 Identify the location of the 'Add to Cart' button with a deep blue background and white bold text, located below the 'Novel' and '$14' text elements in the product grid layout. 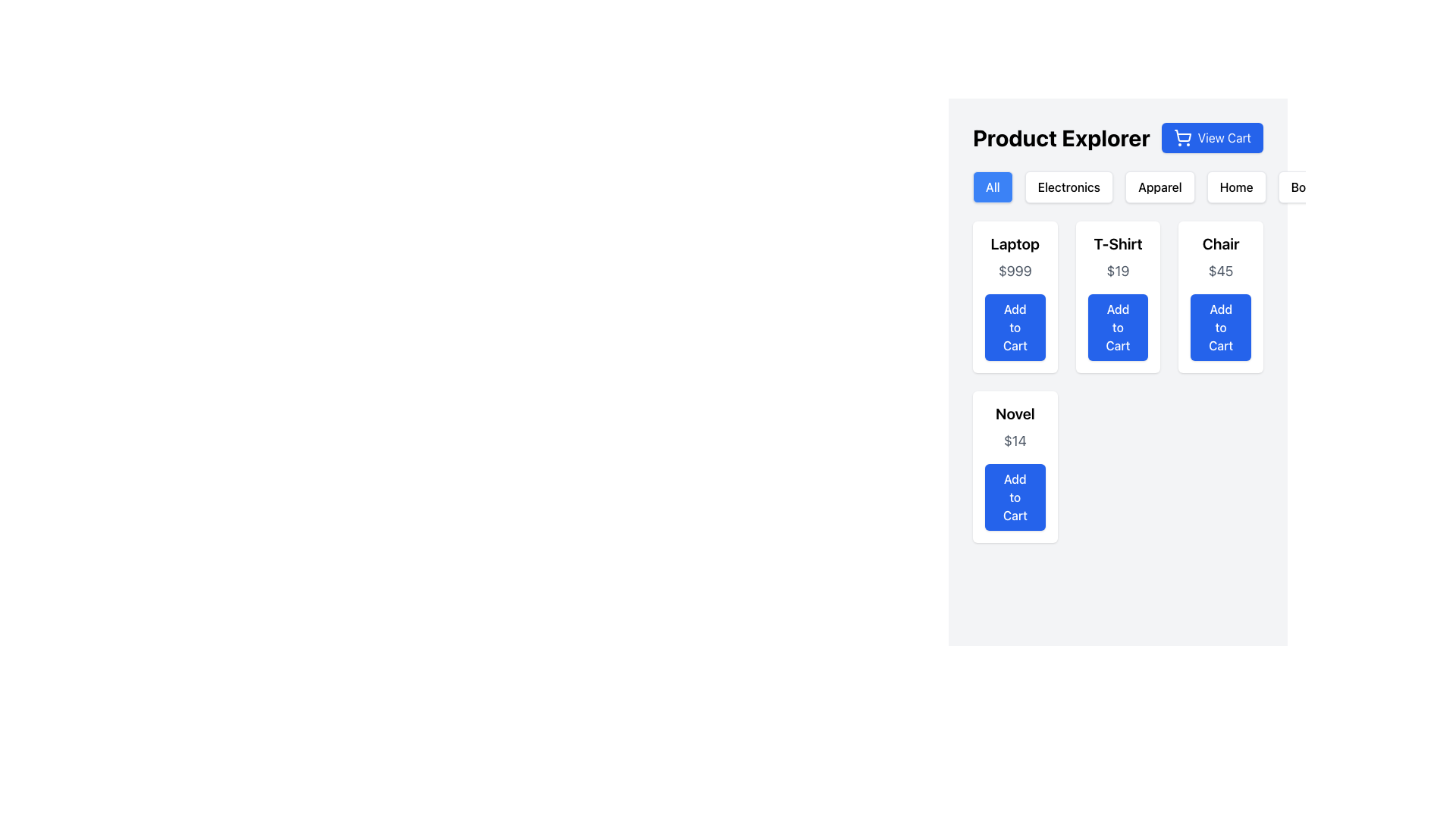
(1015, 497).